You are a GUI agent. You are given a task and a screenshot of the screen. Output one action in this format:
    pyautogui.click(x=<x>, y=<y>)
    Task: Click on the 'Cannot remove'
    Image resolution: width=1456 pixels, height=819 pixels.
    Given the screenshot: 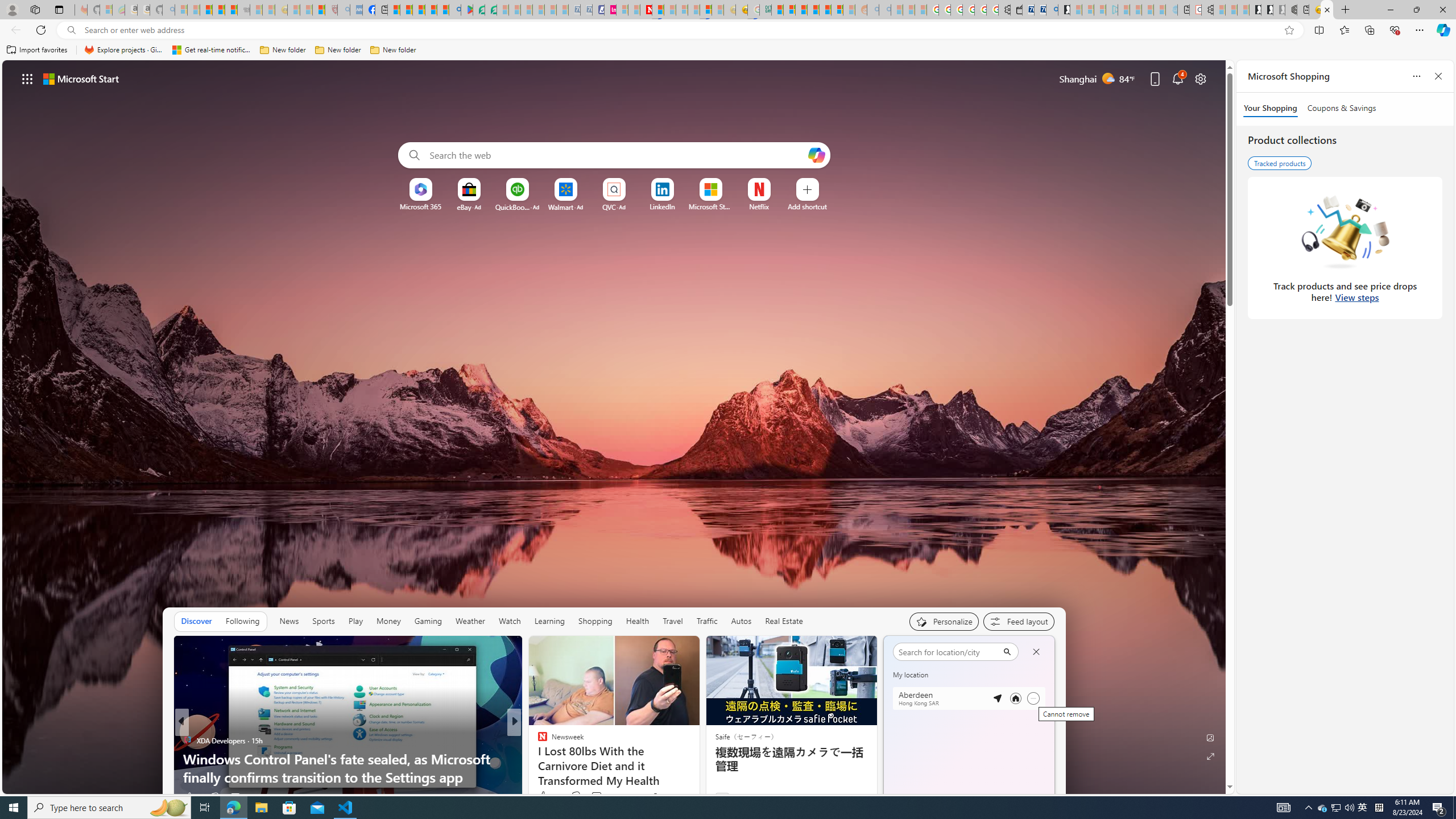 What is the action you would take?
    pyautogui.click(x=1032, y=698)
    